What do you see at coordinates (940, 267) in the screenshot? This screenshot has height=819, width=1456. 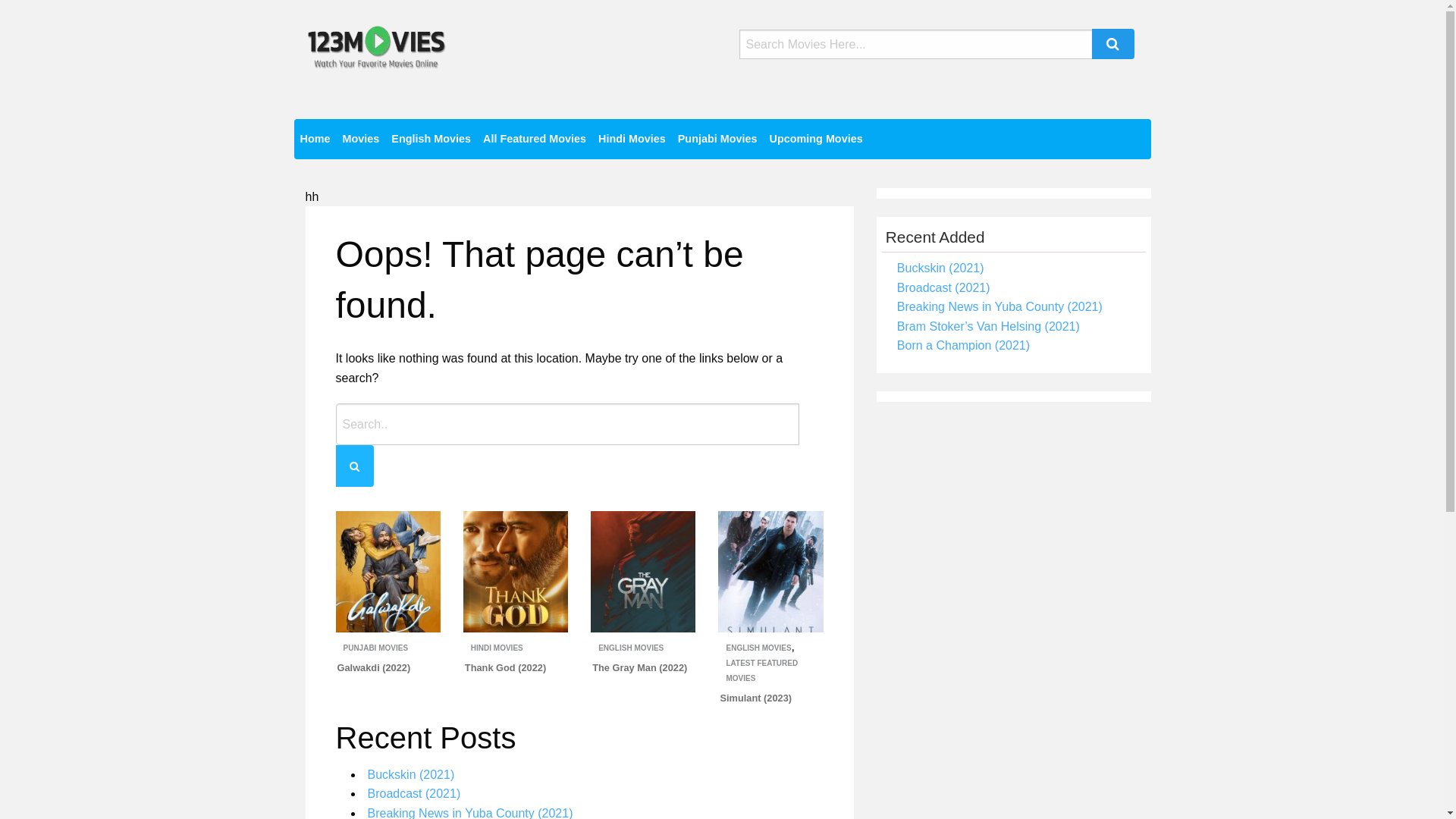 I see `'Buckskin (2021)'` at bounding box center [940, 267].